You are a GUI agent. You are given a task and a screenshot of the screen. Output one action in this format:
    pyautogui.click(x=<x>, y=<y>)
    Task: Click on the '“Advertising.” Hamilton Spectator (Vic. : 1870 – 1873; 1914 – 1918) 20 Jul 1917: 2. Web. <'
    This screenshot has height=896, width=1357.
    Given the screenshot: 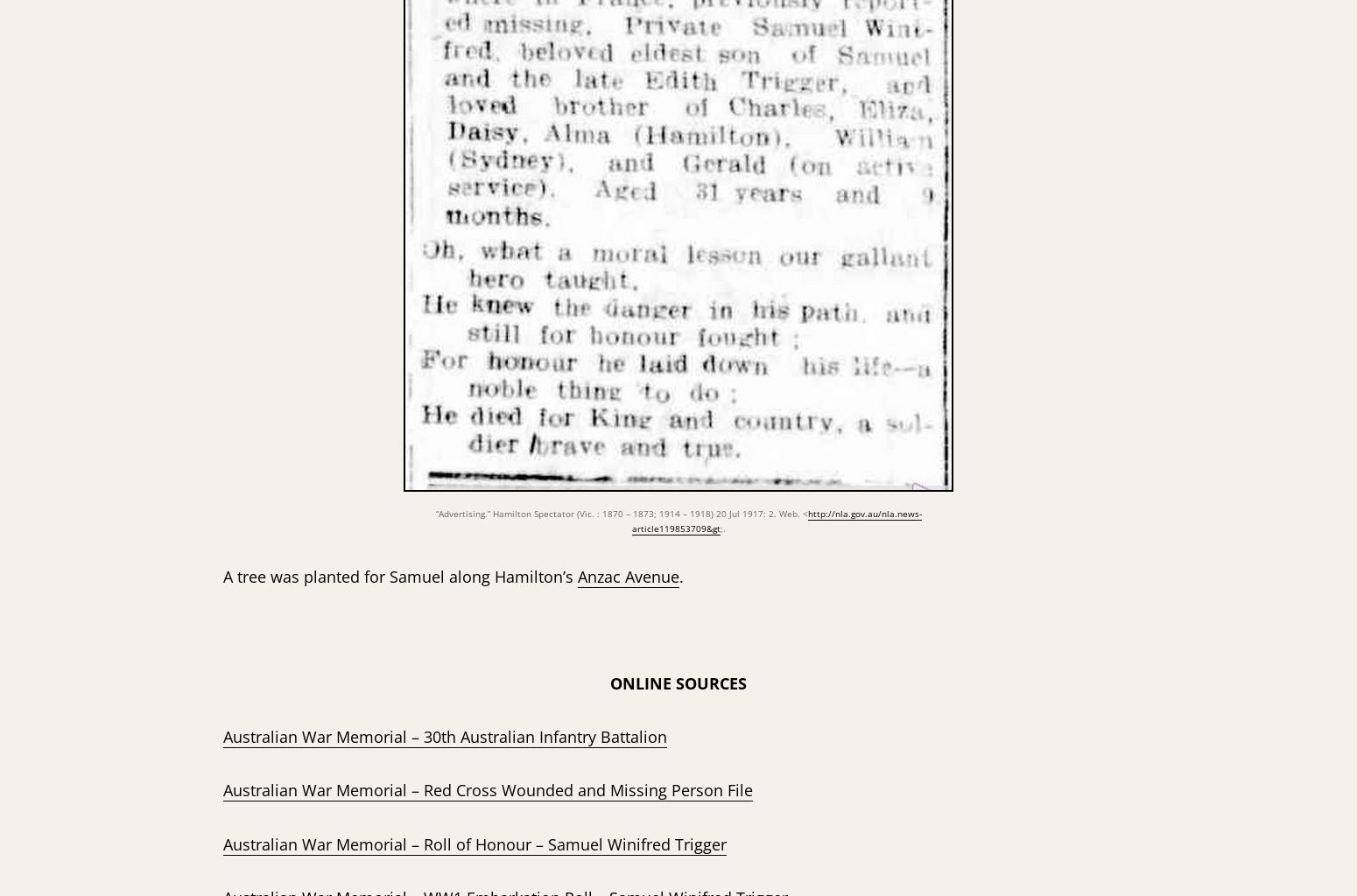 What is the action you would take?
    pyautogui.click(x=621, y=512)
    